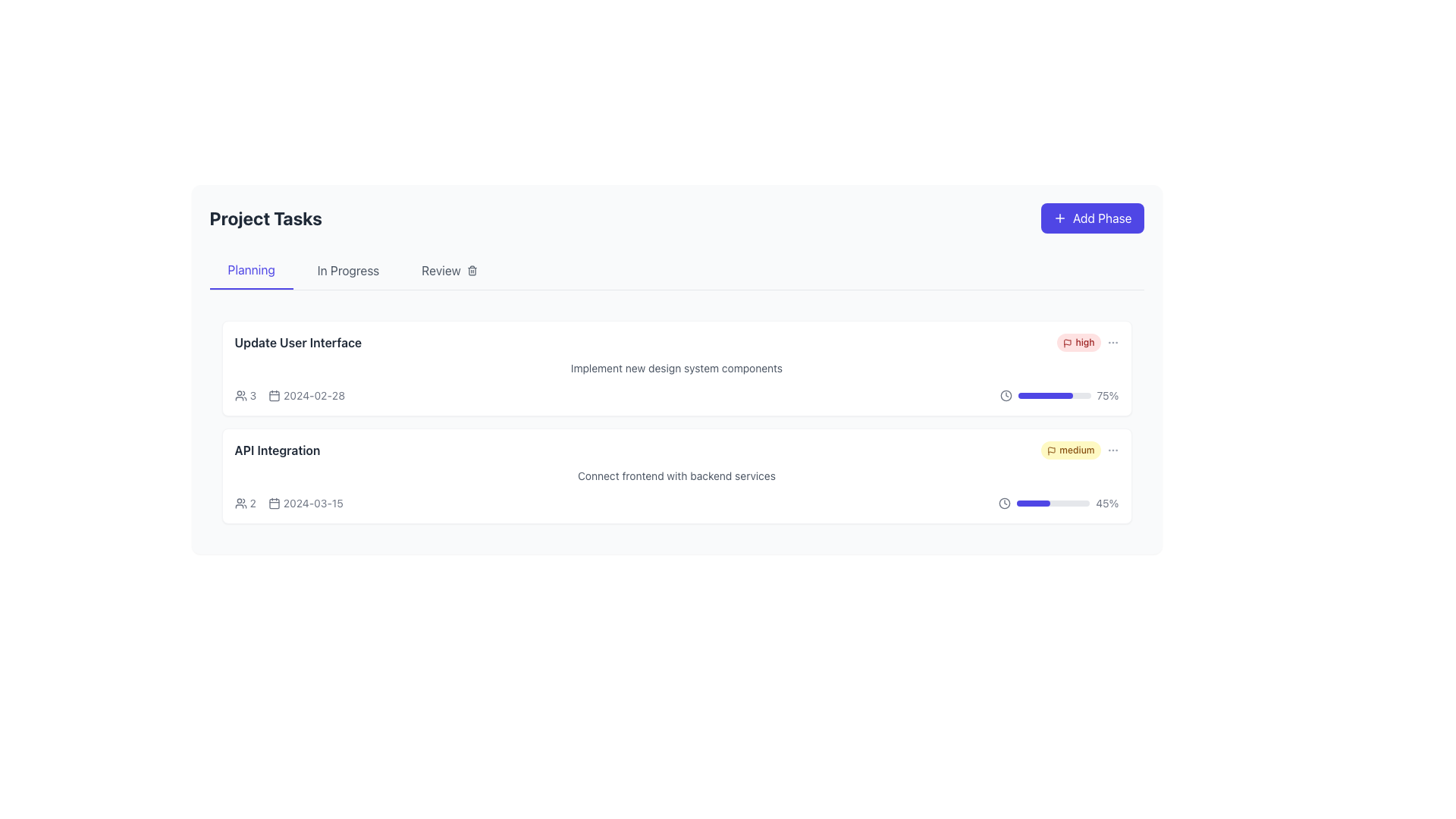 Image resolution: width=1456 pixels, height=819 pixels. Describe the element at coordinates (347, 270) in the screenshot. I see `the 'In Progress' label in the navigation bar` at that location.